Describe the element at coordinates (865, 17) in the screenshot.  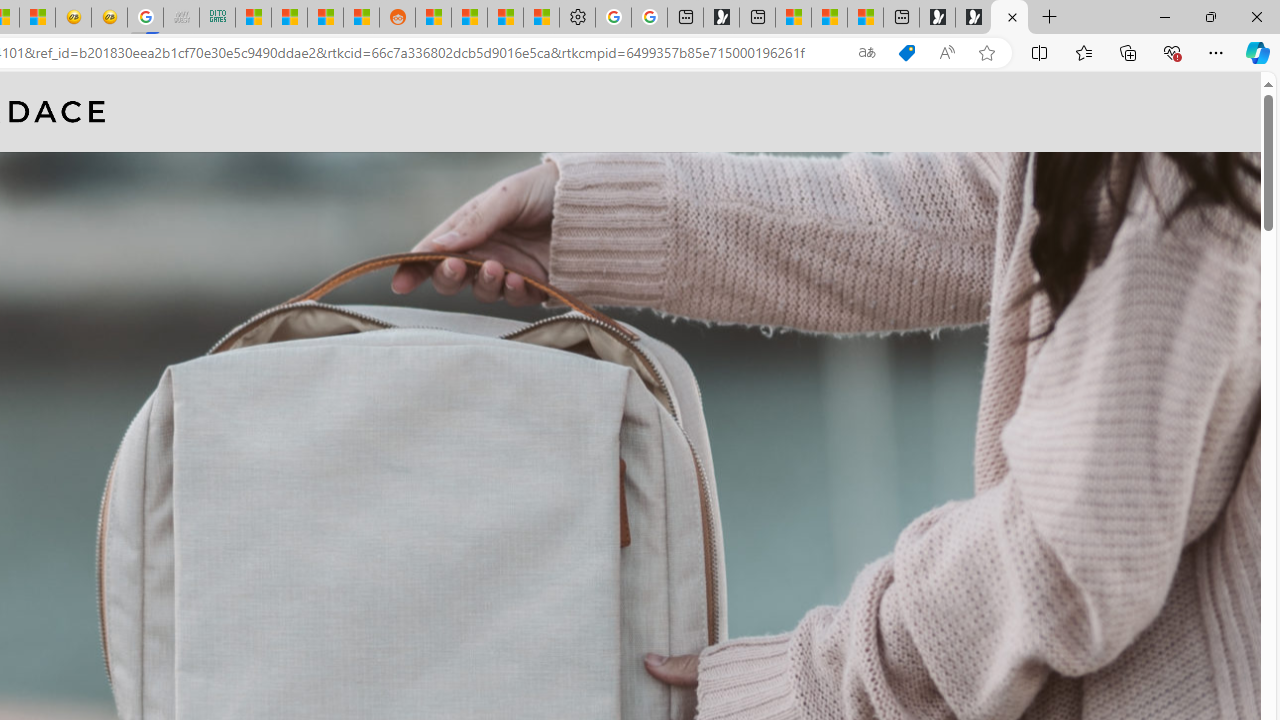
I see `'These 3 Stocks Pay You More Than 5% to Own Them'` at that location.